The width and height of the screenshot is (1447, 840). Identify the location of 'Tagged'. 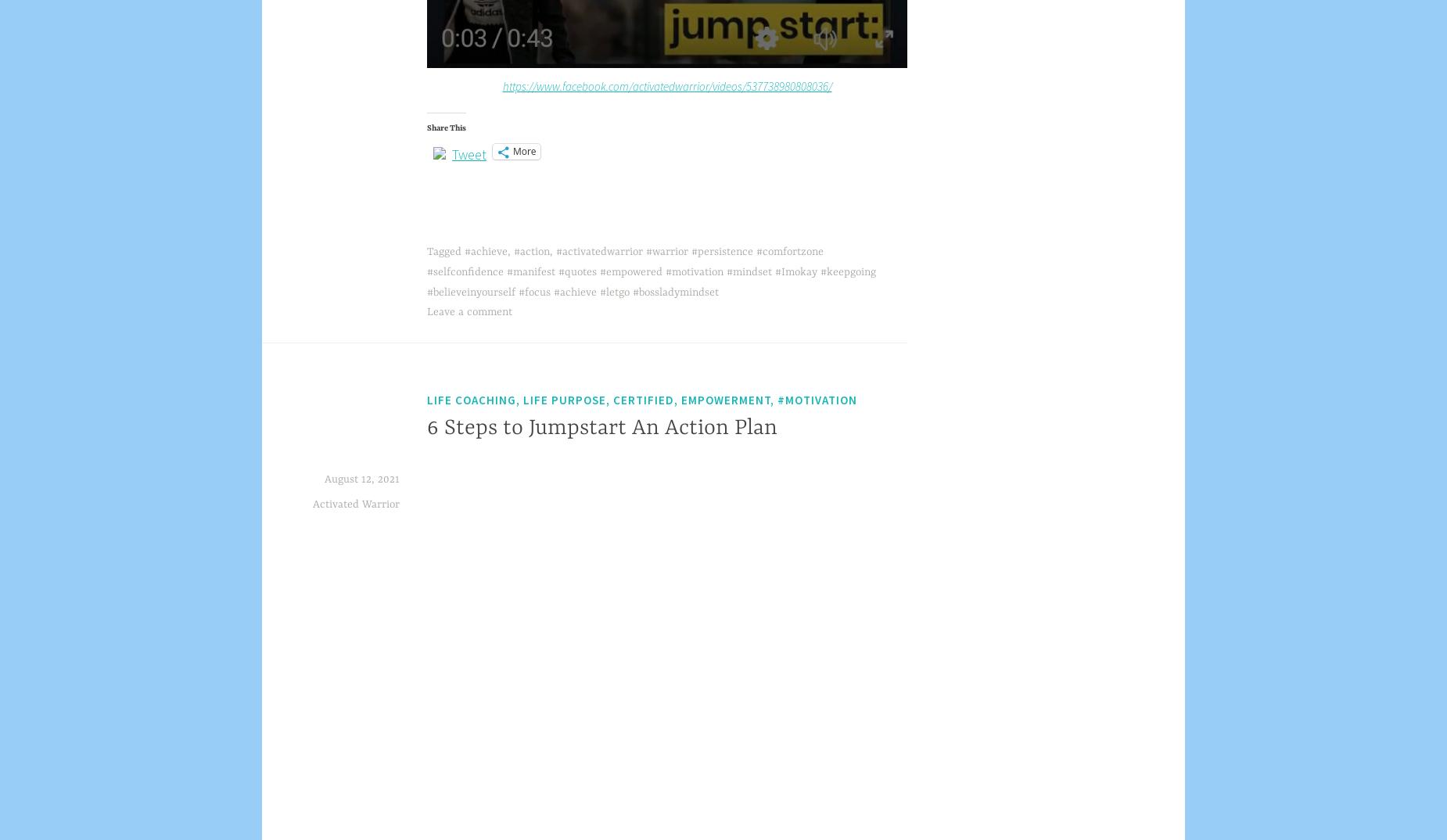
(445, 251).